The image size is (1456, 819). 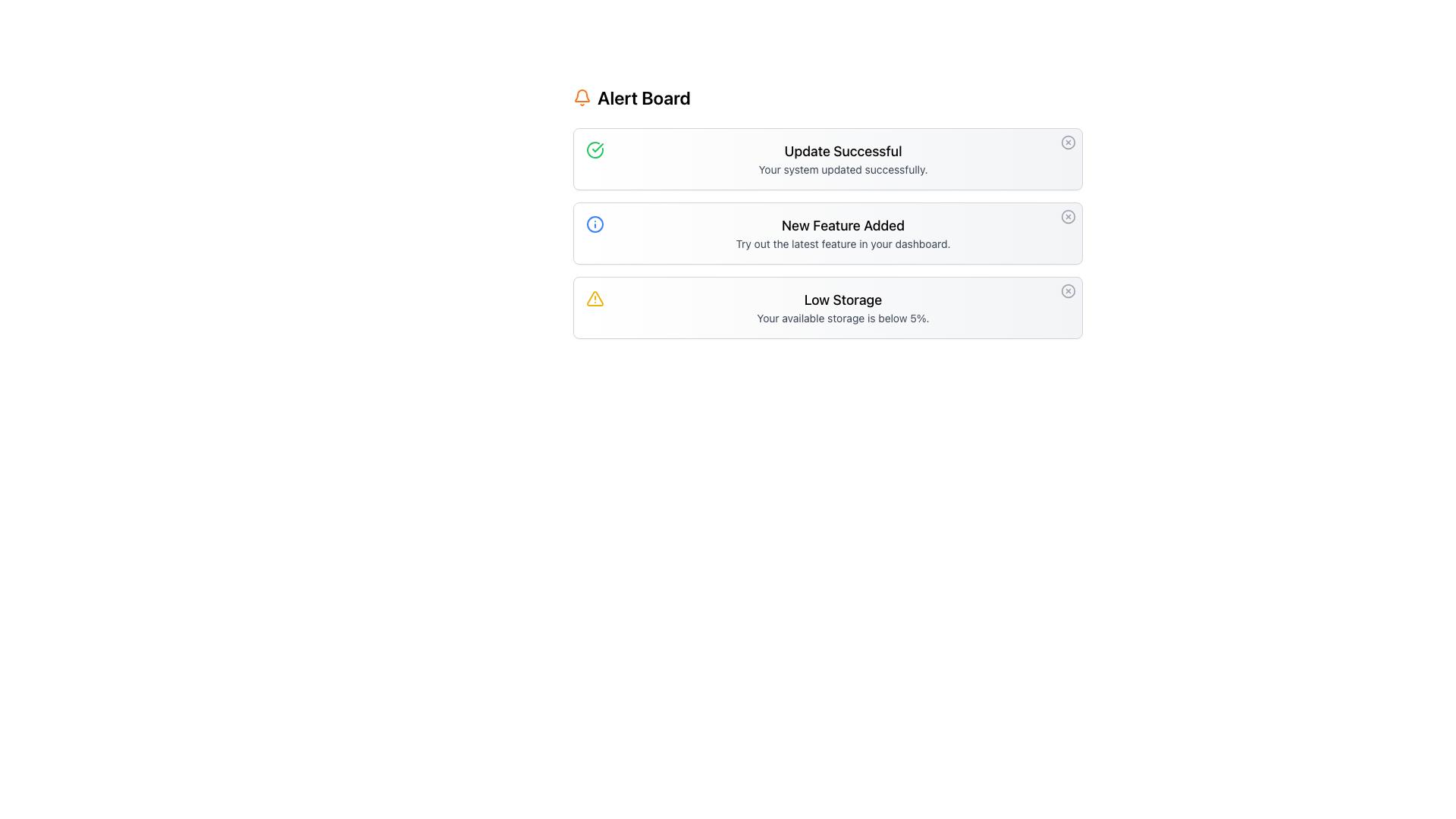 I want to click on the informational text block that provides details about a new feature on the dashboard, located as the second item under the 'Alert Board' heading, so click(x=843, y=234).